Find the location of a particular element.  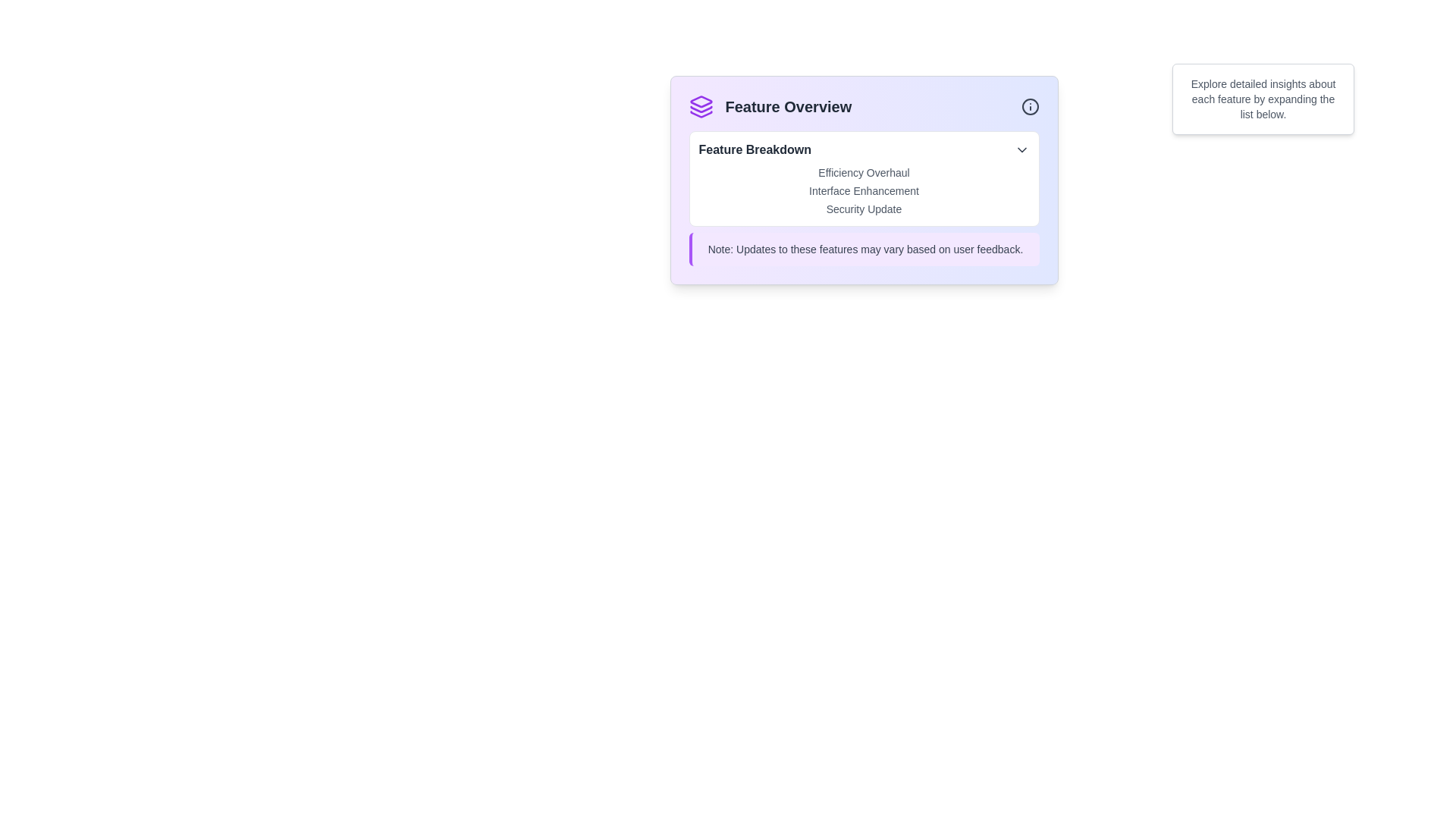

the purple layered icon located to the left of the 'Feature Overview' text to interact with it is located at coordinates (700, 106).